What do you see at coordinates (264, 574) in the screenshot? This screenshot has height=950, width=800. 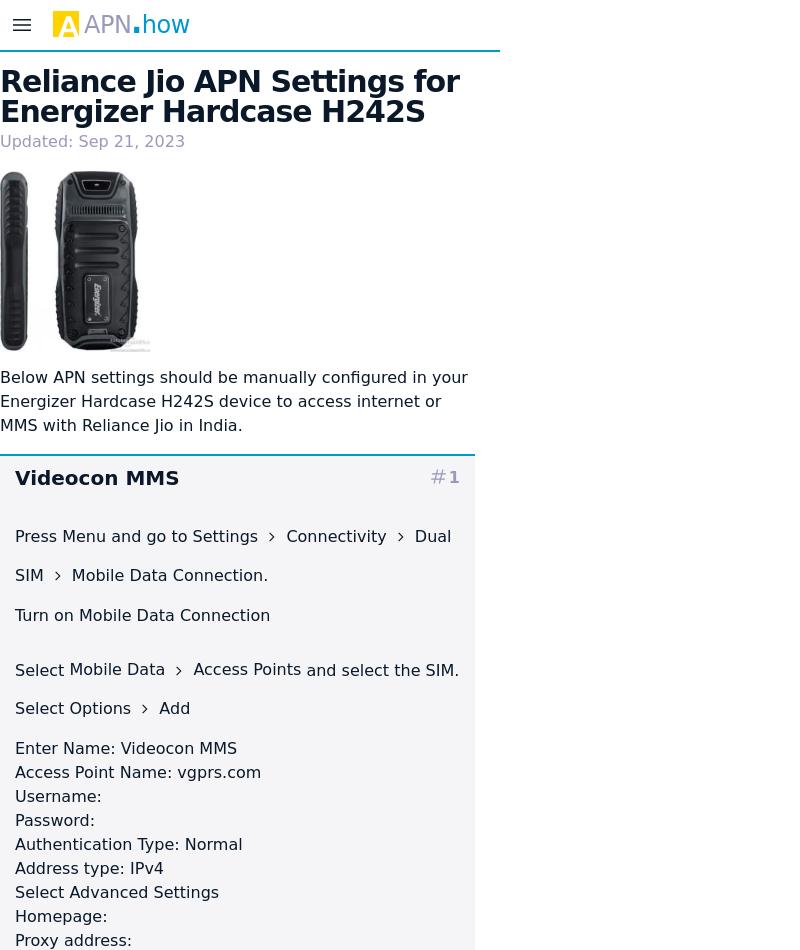 I see `'.'` at bounding box center [264, 574].